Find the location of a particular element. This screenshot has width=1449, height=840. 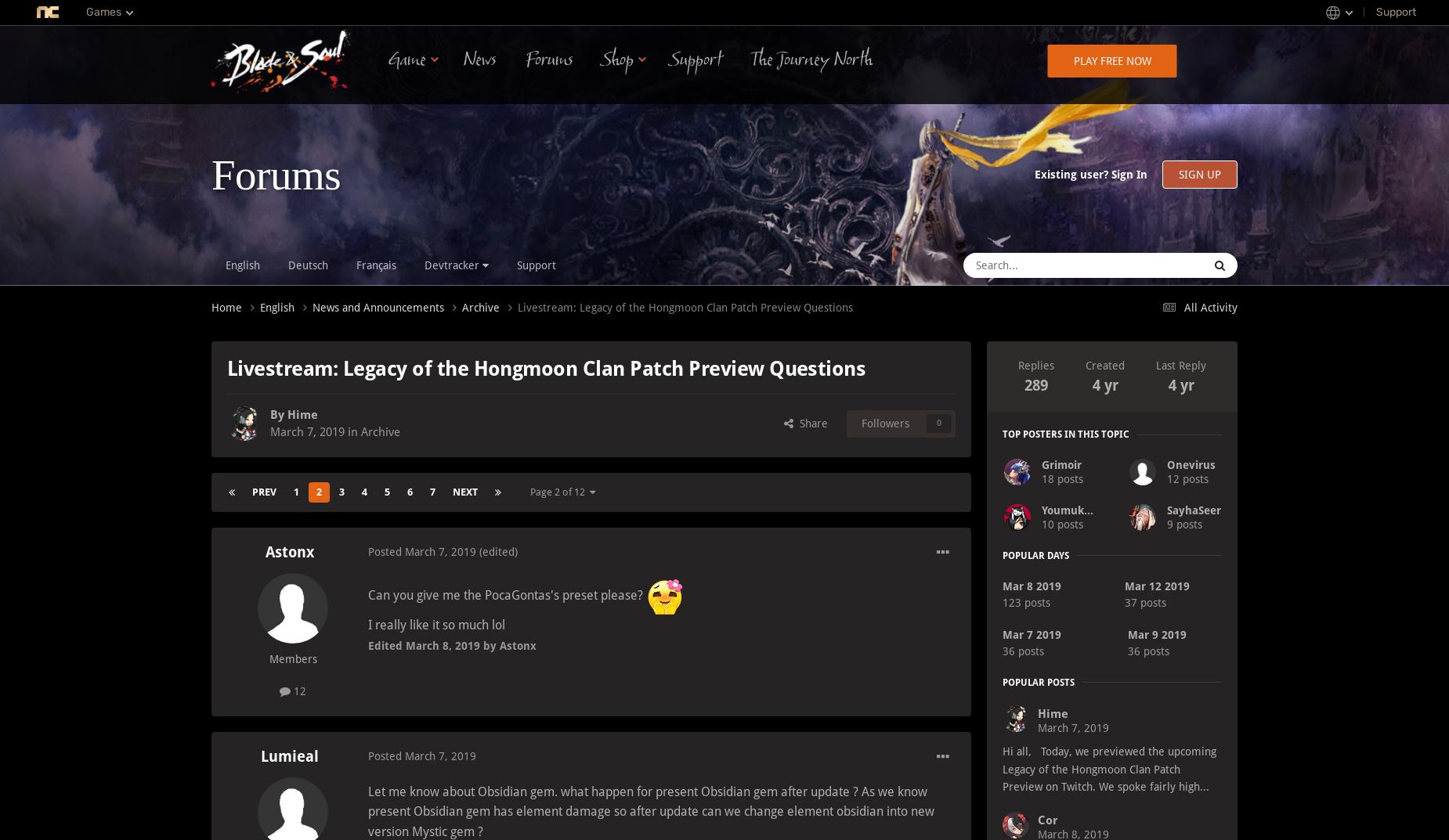

'0' is located at coordinates (938, 423).